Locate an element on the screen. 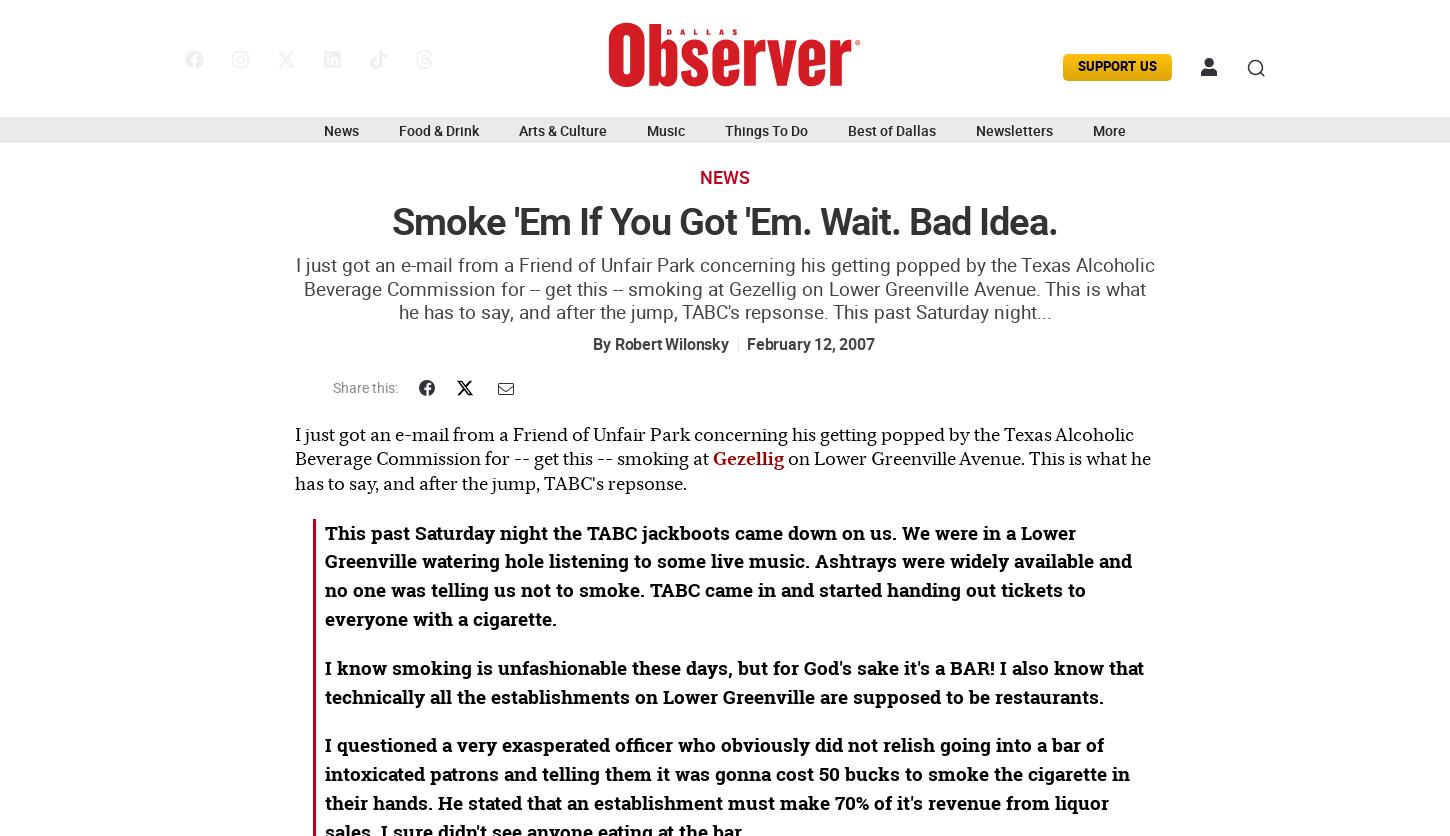 Image resolution: width=1450 pixels, height=836 pixels. 'Gezellig' is located at coordinates (748, 457).